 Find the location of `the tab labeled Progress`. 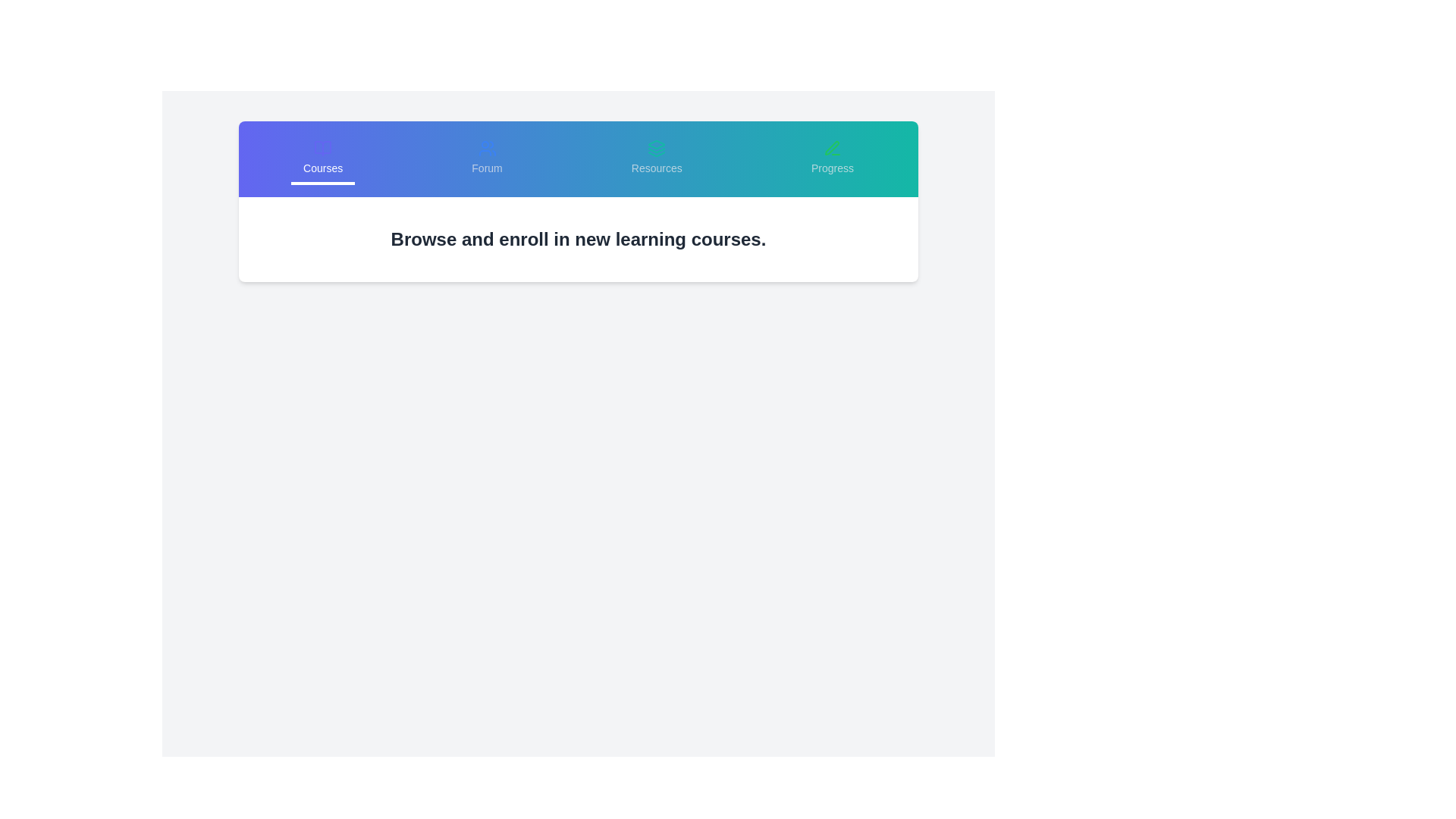

the tab labeled Progress is located at coordinates (832, 158).